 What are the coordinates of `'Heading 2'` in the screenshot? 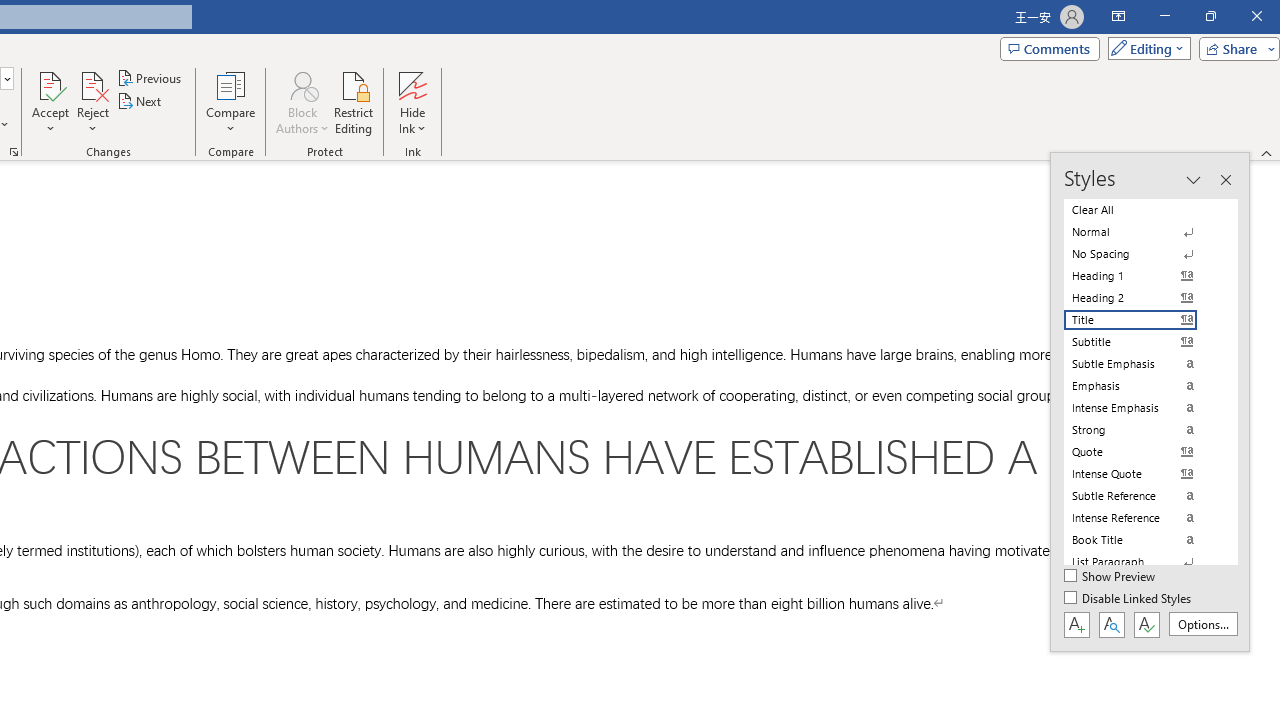 It's located at (1142, 298).